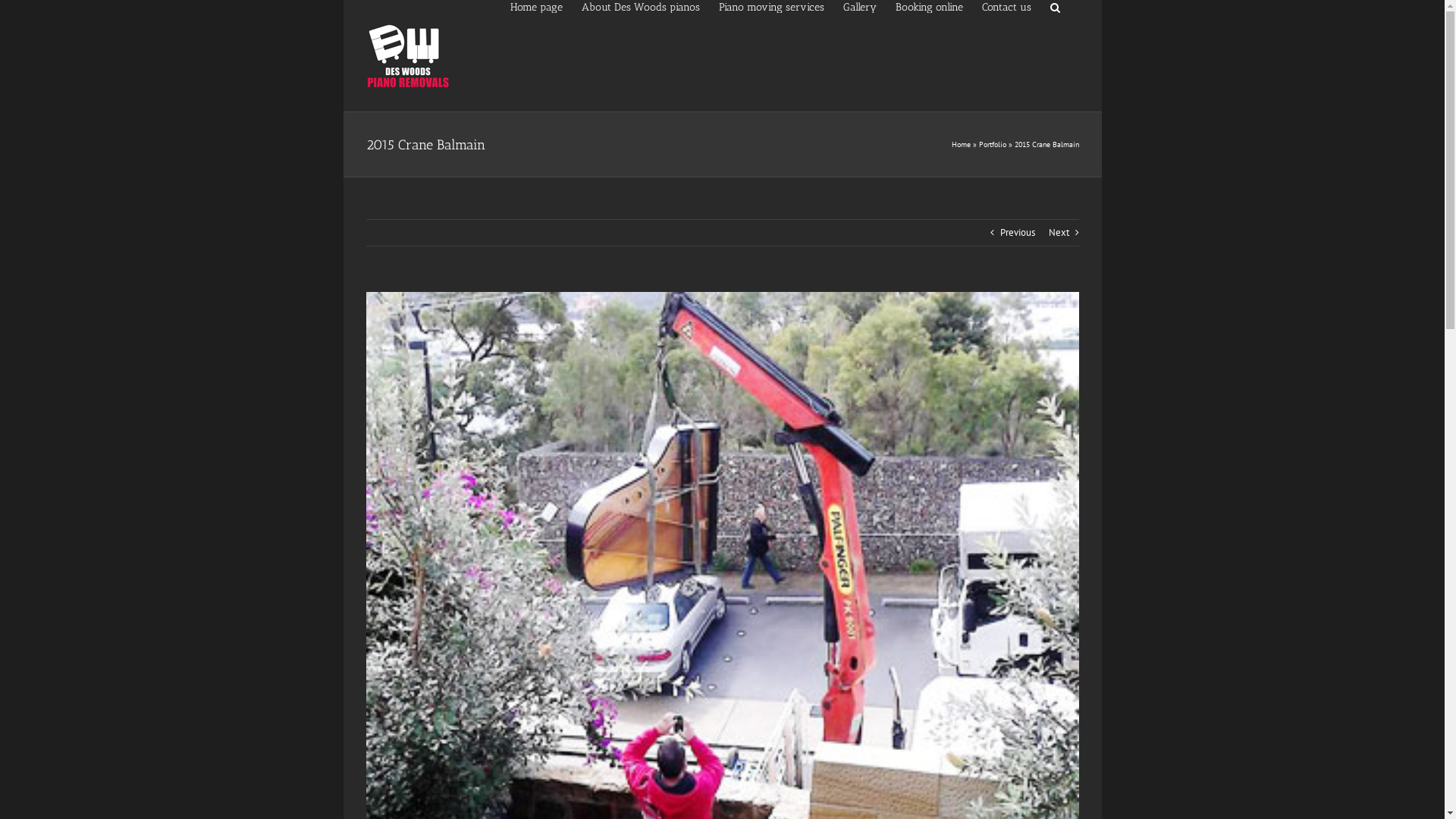 Image resolution: width=1456 pixels, height=819 pixels. What do you see at coordinates (992, 144) in the screenshot?
I see `'Portfolio'` at bounding box center [992, 144].